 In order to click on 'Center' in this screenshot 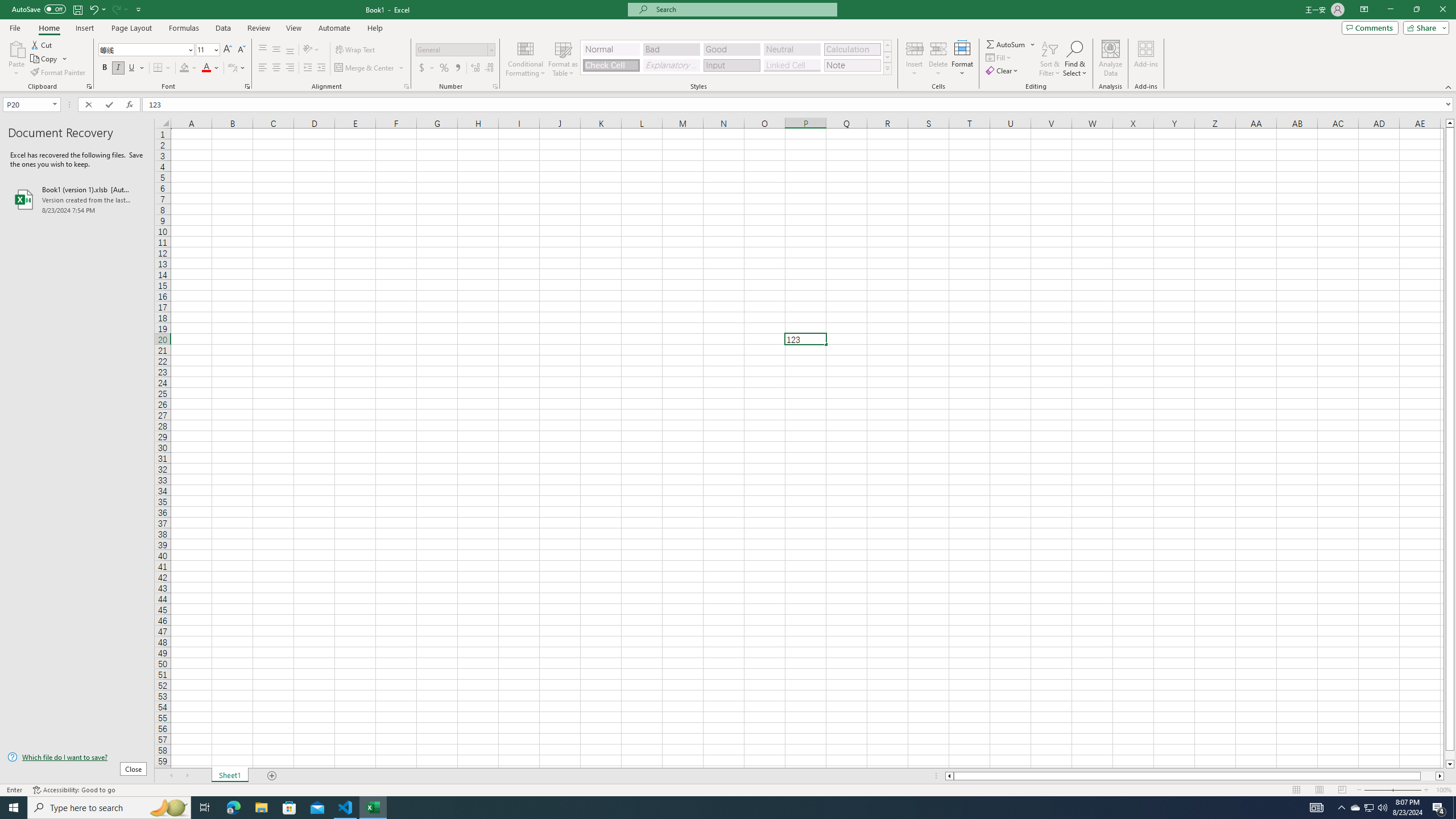, I will do `click(276, 67)`.